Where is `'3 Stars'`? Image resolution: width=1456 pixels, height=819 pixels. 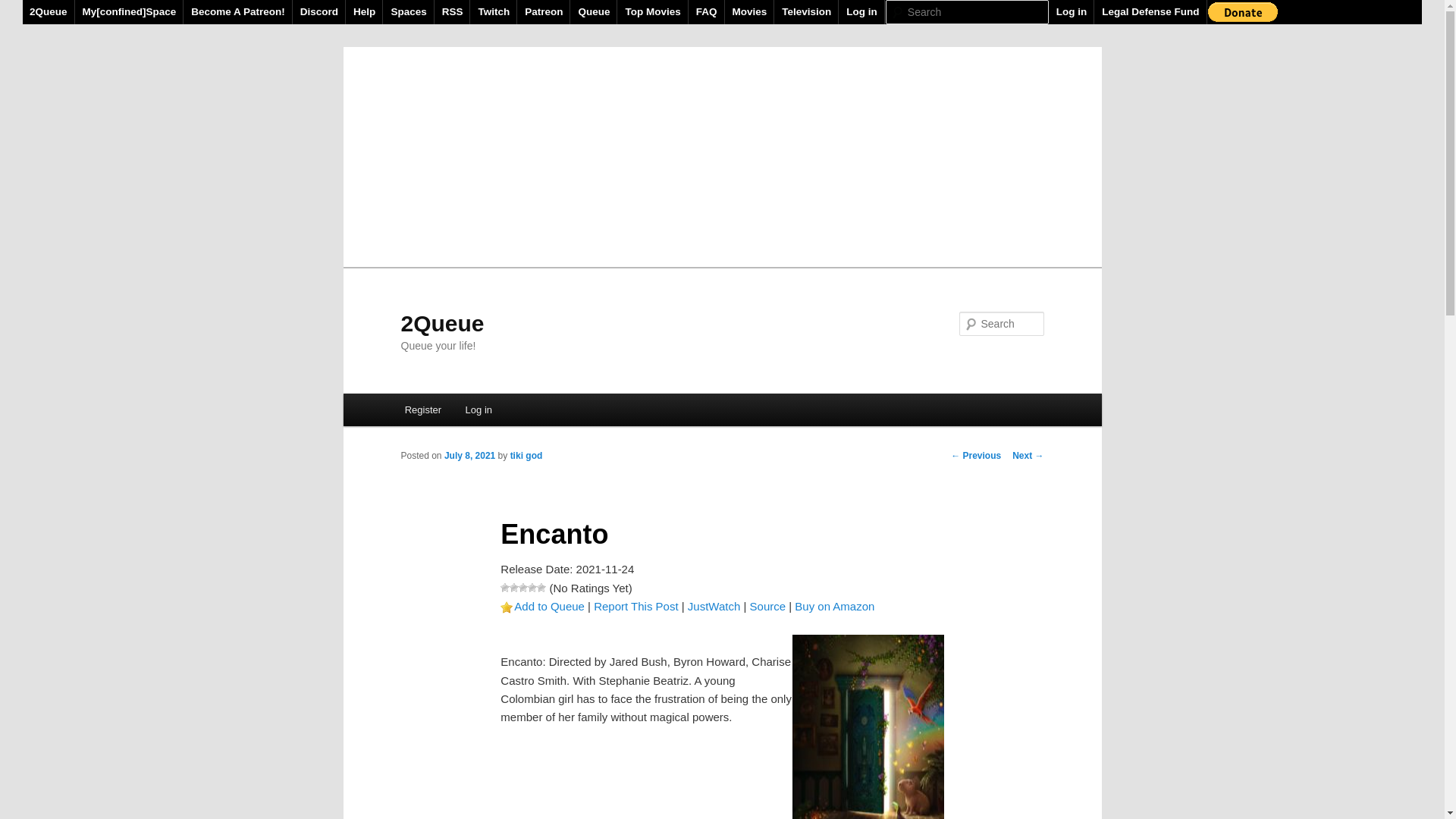 '3 Stars' is located at coordinates (519, 587).